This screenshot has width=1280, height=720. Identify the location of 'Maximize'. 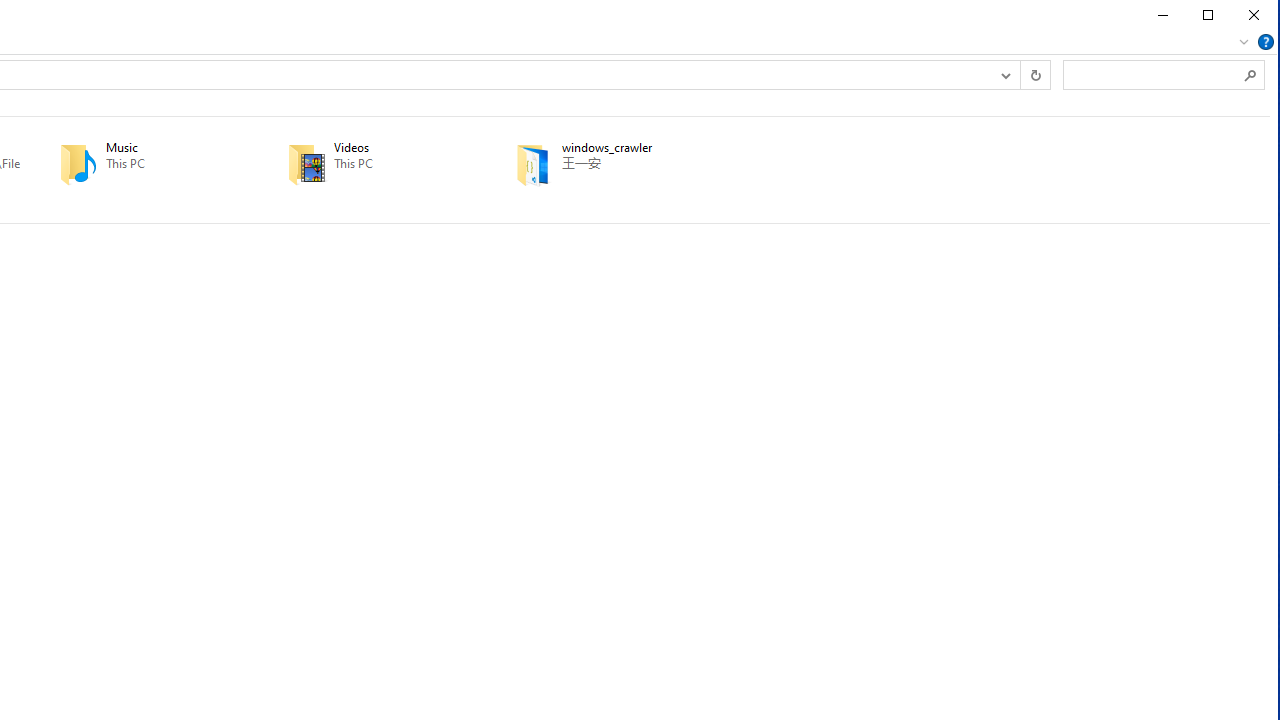
(1207, 15).